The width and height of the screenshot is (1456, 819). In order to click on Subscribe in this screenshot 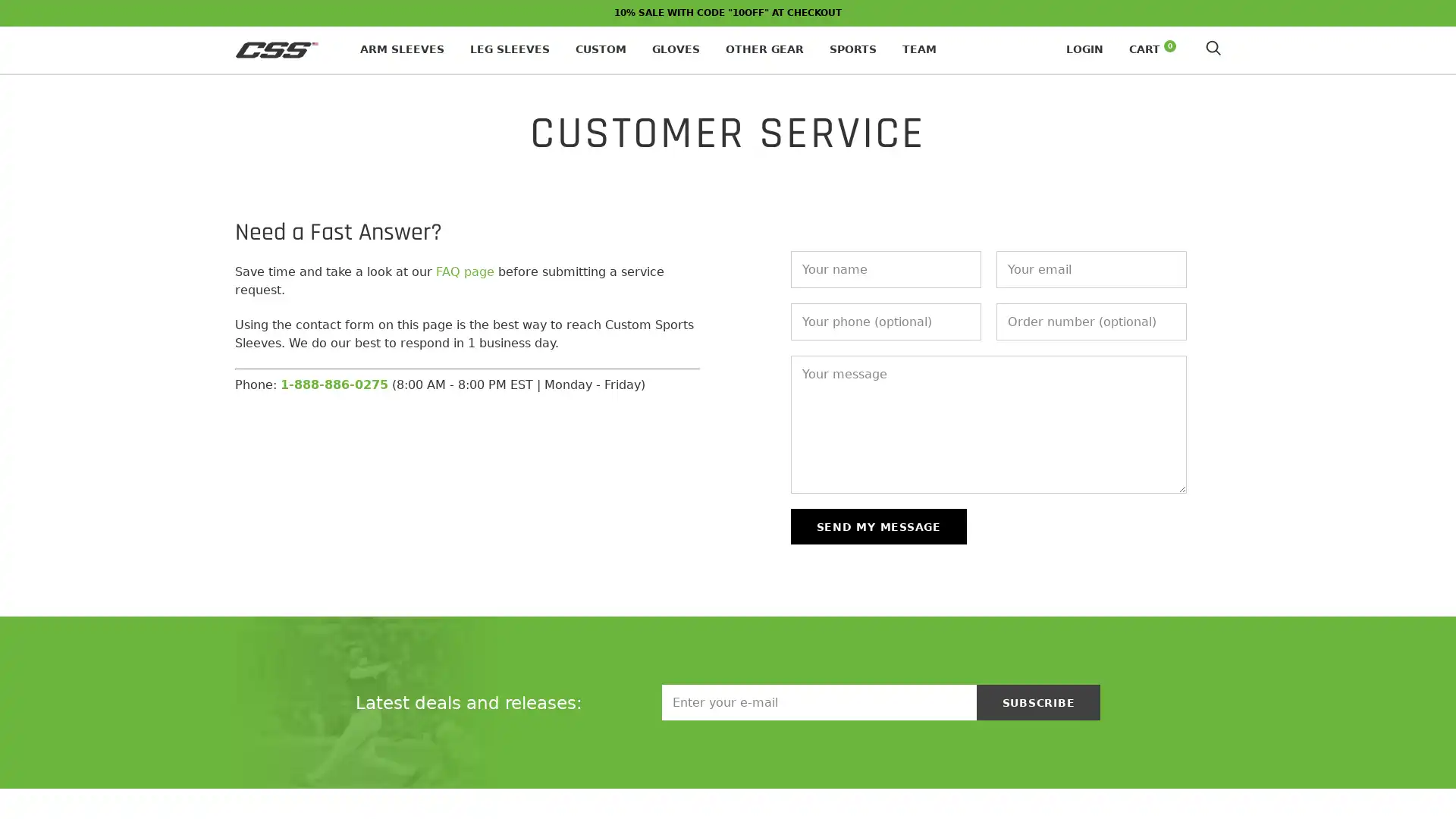, I will do `click(1037, 702)`.